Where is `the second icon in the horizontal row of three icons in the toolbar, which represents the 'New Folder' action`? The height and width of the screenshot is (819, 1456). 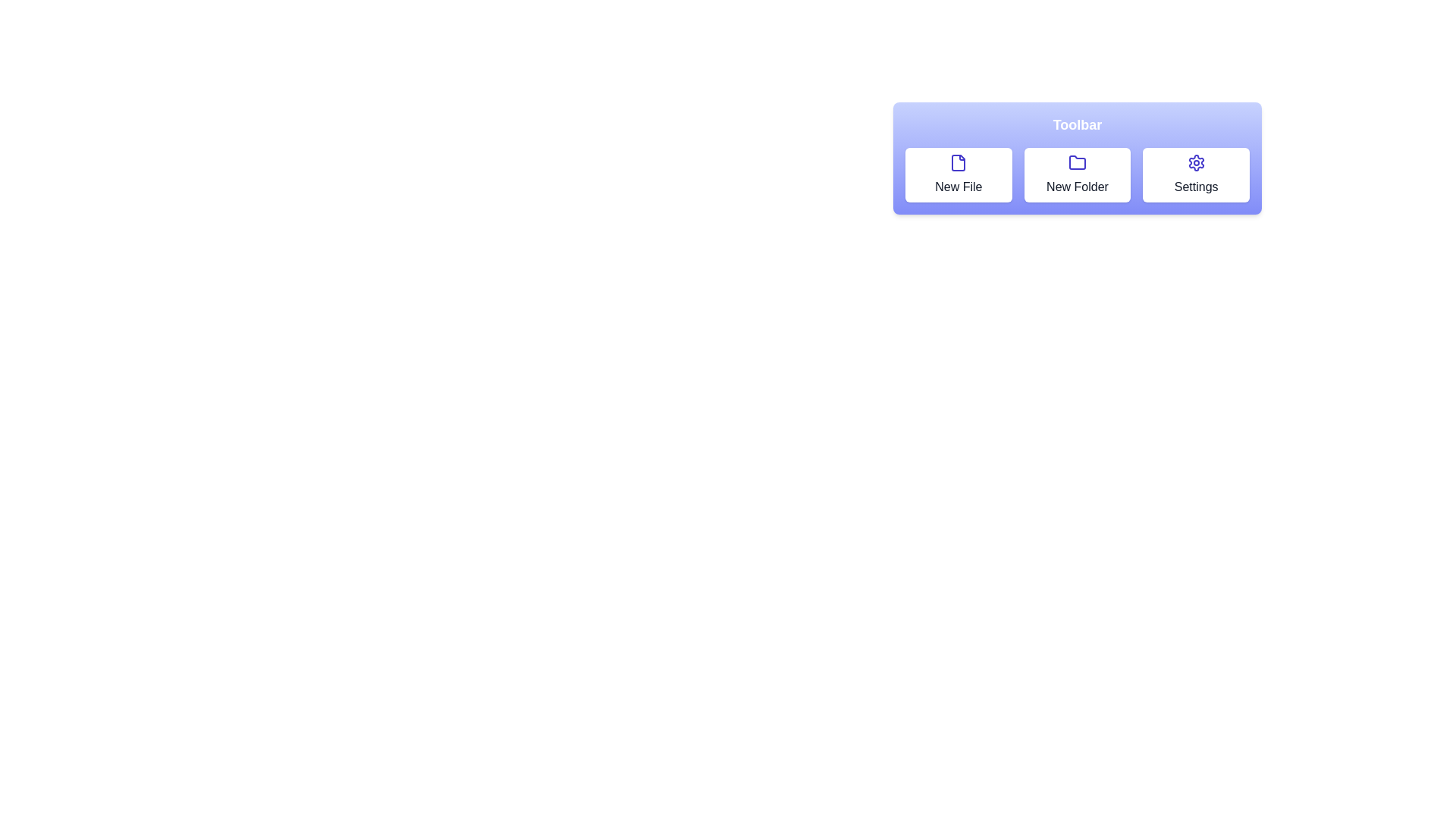 the second icon in the horizontal row of three icons in the toolbar, which represents the 'New Folder' action is located at coordinates (1076, 162).